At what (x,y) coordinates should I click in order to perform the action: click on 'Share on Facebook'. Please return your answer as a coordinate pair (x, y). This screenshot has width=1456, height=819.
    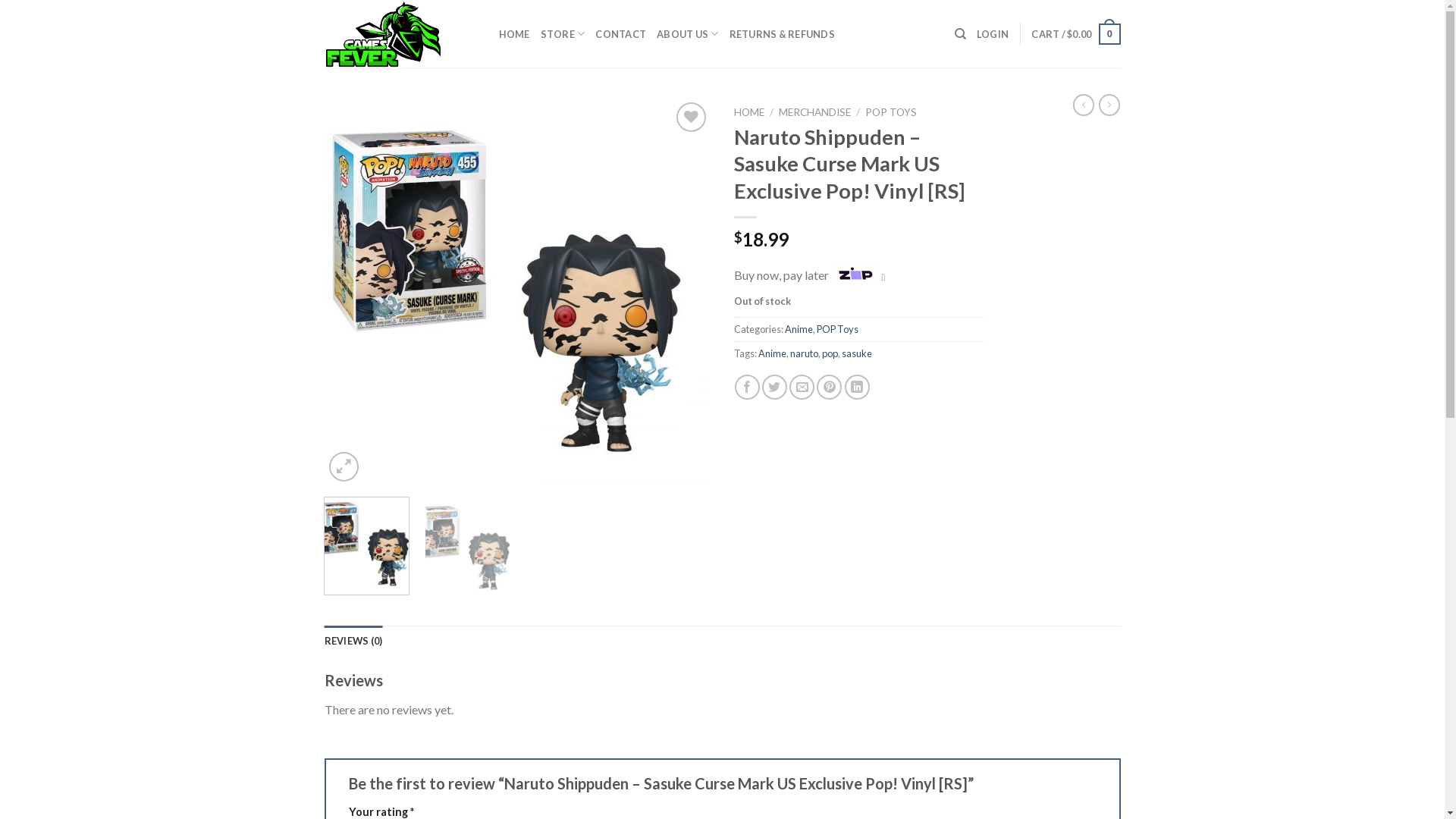
    Looking at the image, I should click on (747, 386).